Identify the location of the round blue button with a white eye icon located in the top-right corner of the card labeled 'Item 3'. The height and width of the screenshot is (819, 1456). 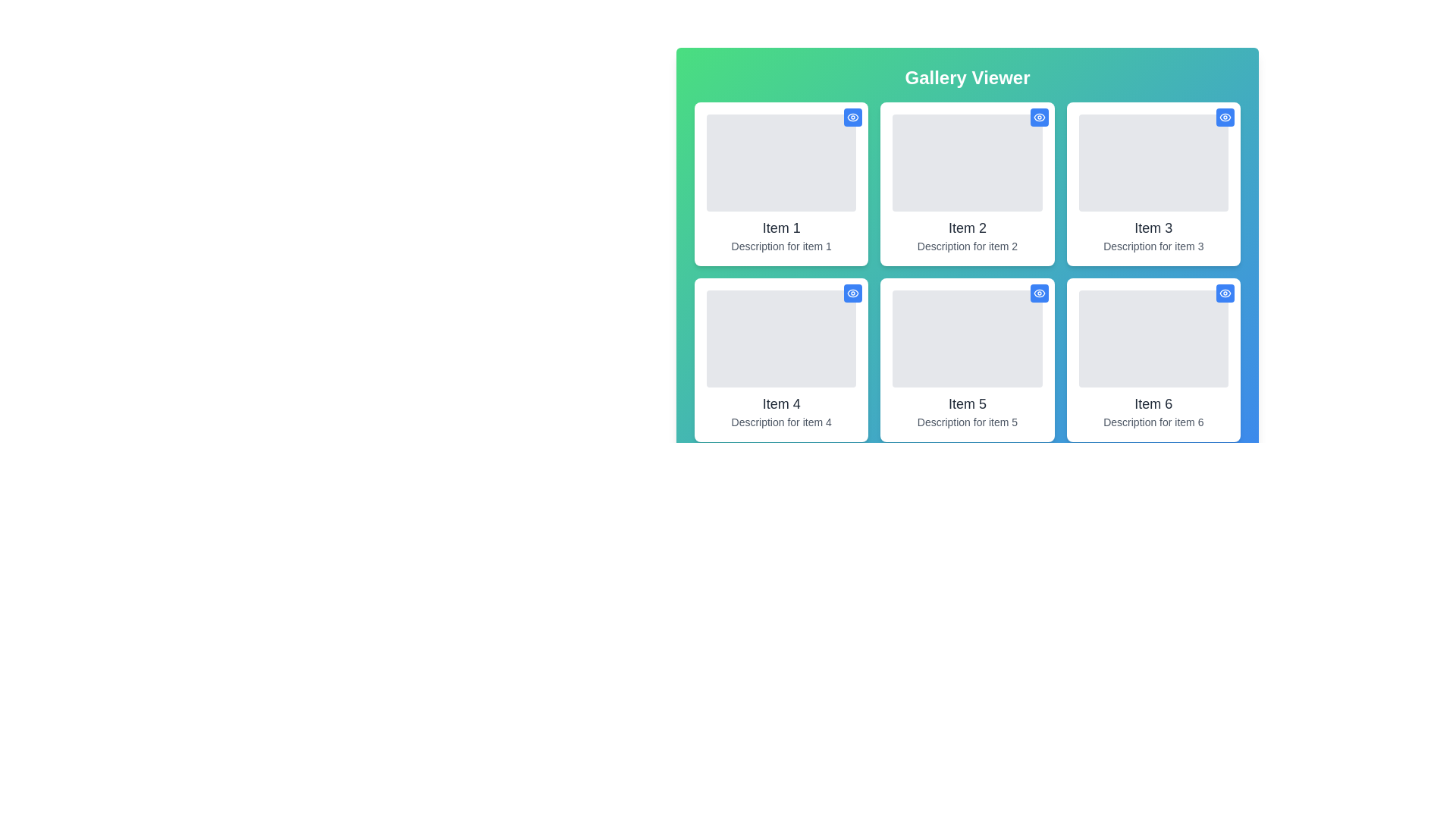
(1225, 116).